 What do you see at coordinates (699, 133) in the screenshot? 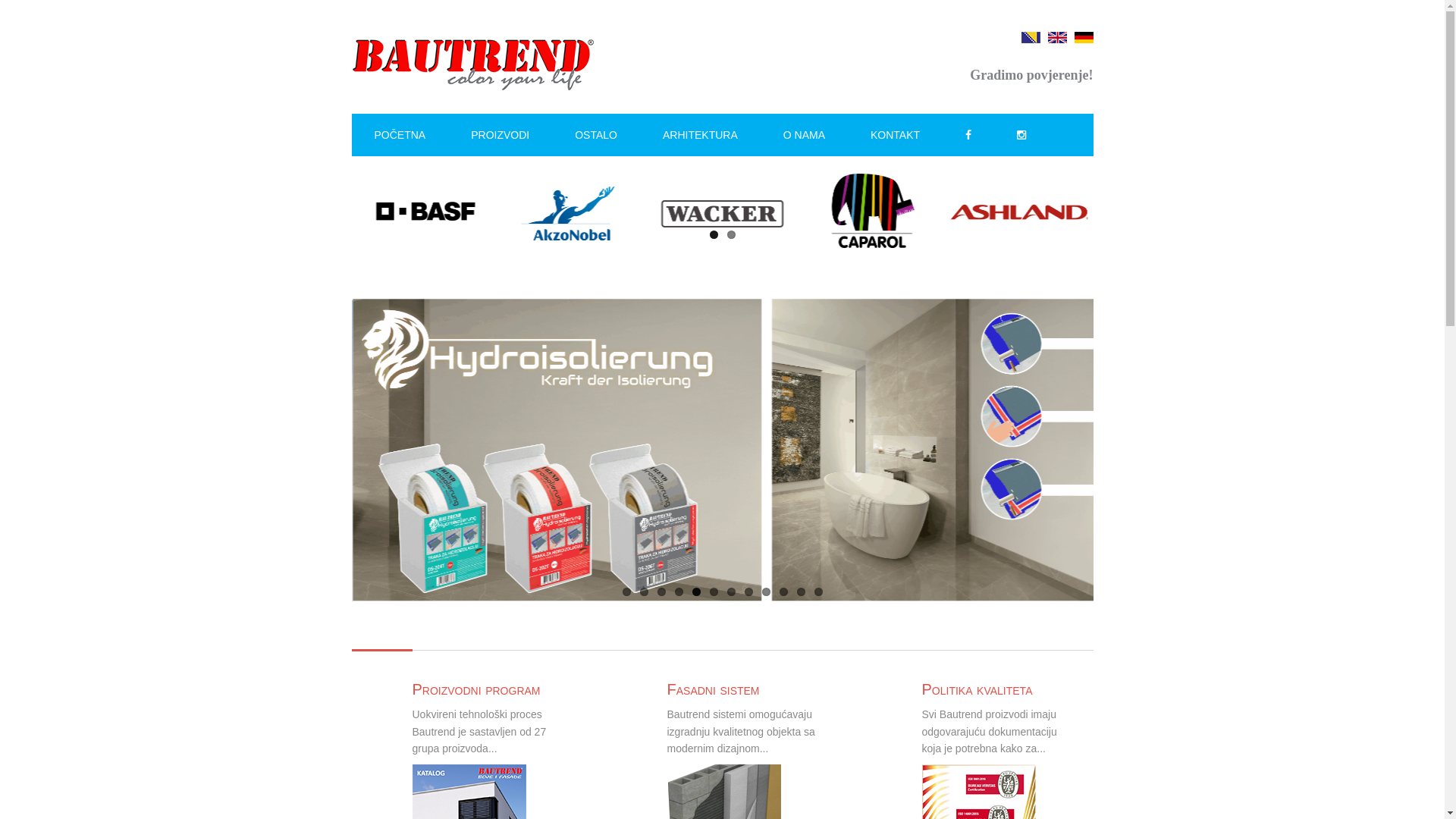
I see `'ARHITEKTURA'` at bounding box center [699, 133].